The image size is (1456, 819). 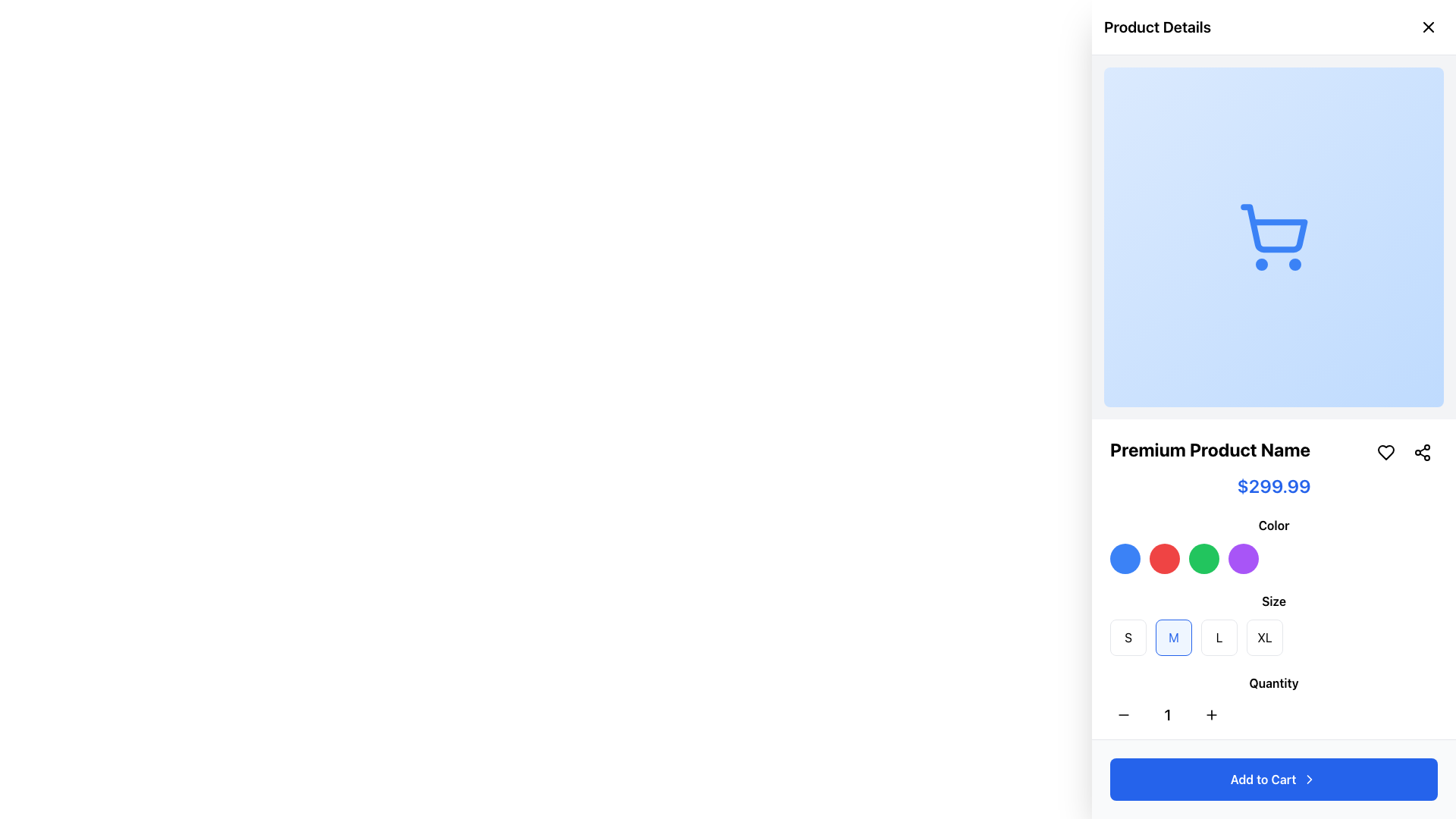 I want to click on the increment and decrement controls of the Quantity selector, located near the bottom of the product details section, so click(x=1274, y=701).